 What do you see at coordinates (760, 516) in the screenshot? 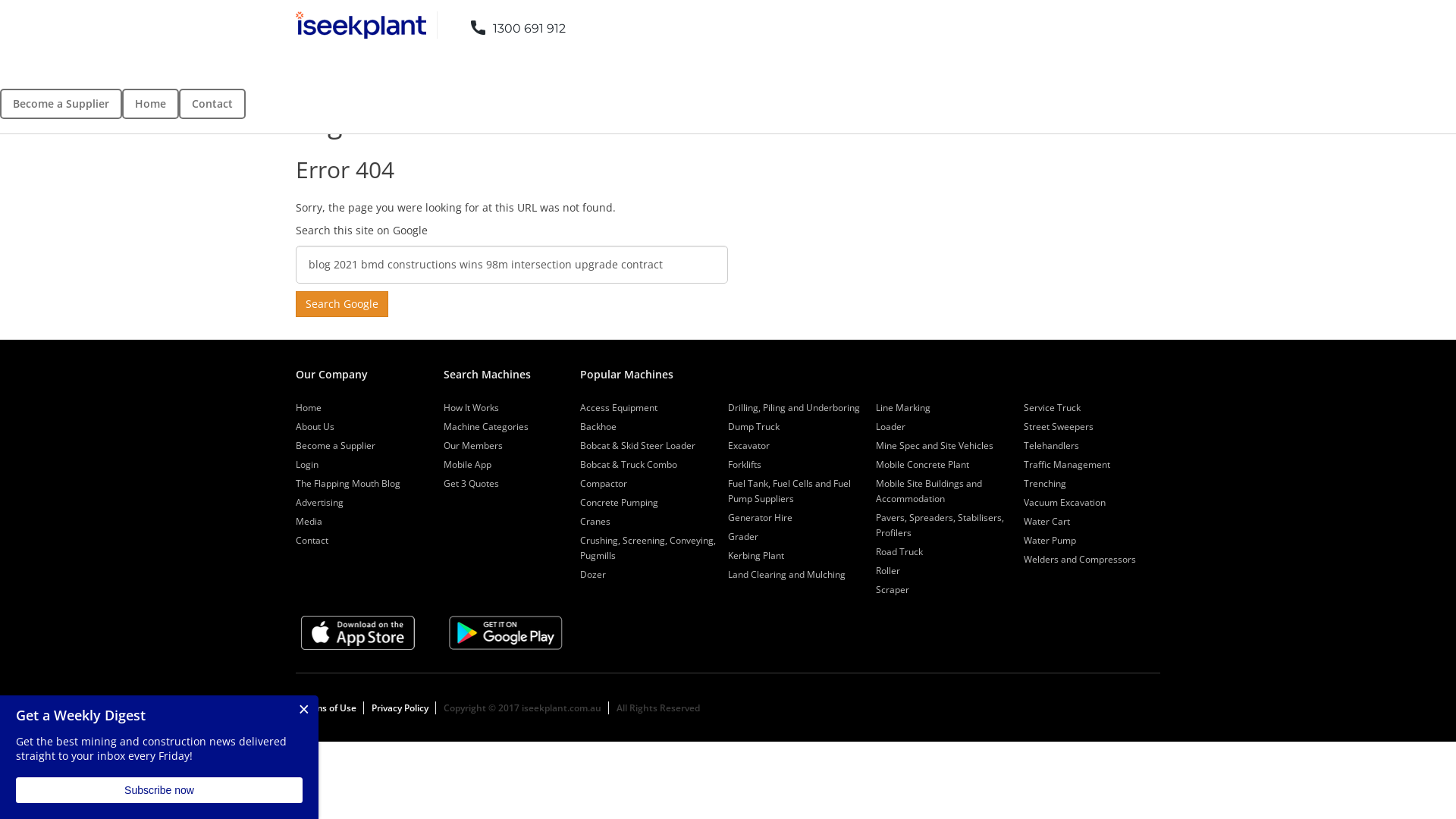
I see `'Generator Hire'` at bounding box center [760, 516].